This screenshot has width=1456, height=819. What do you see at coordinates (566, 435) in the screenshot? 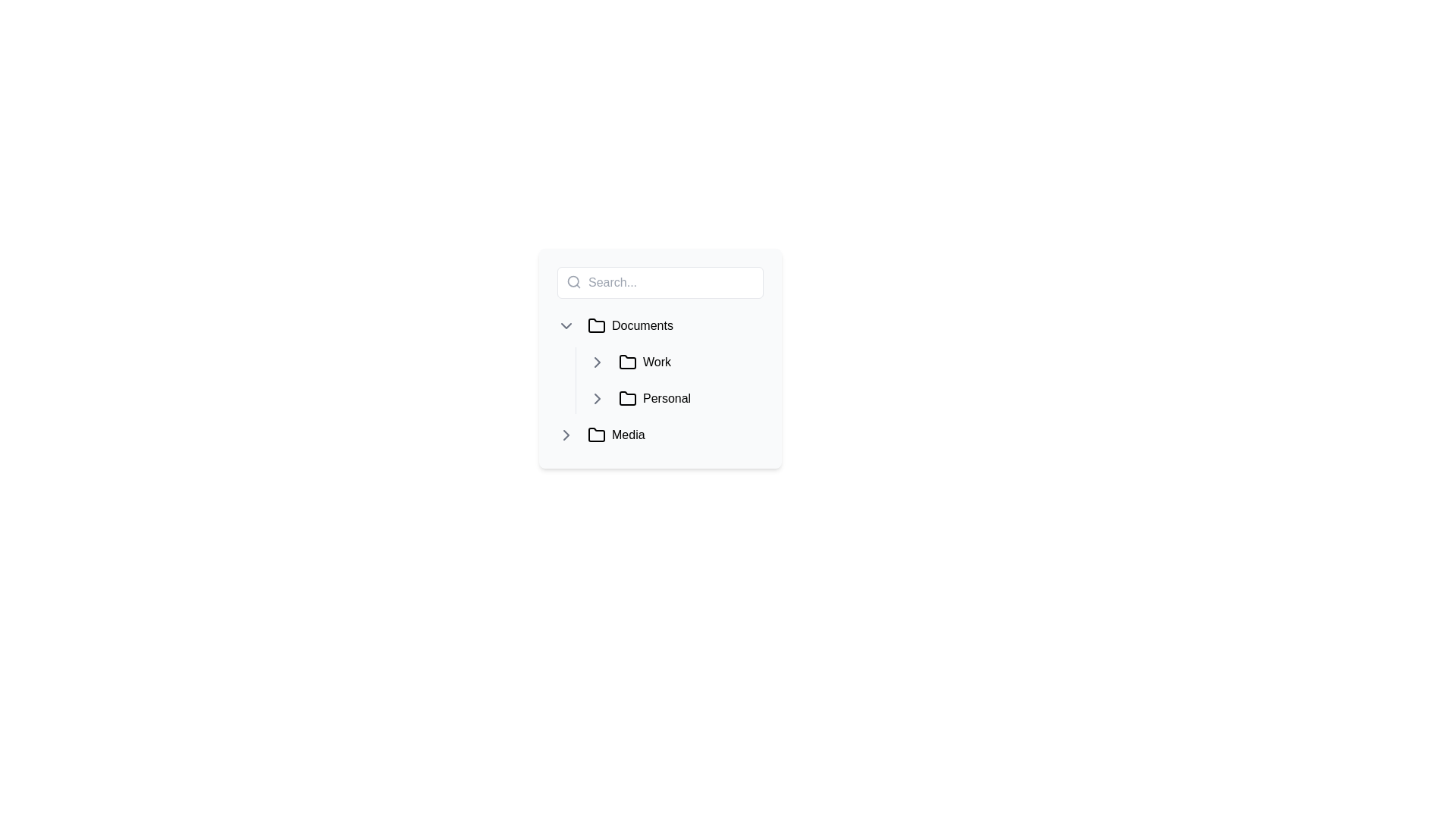
I see `the collapsible toggle button located to the left of the 'Media' text` at bounding box center [566, 435].